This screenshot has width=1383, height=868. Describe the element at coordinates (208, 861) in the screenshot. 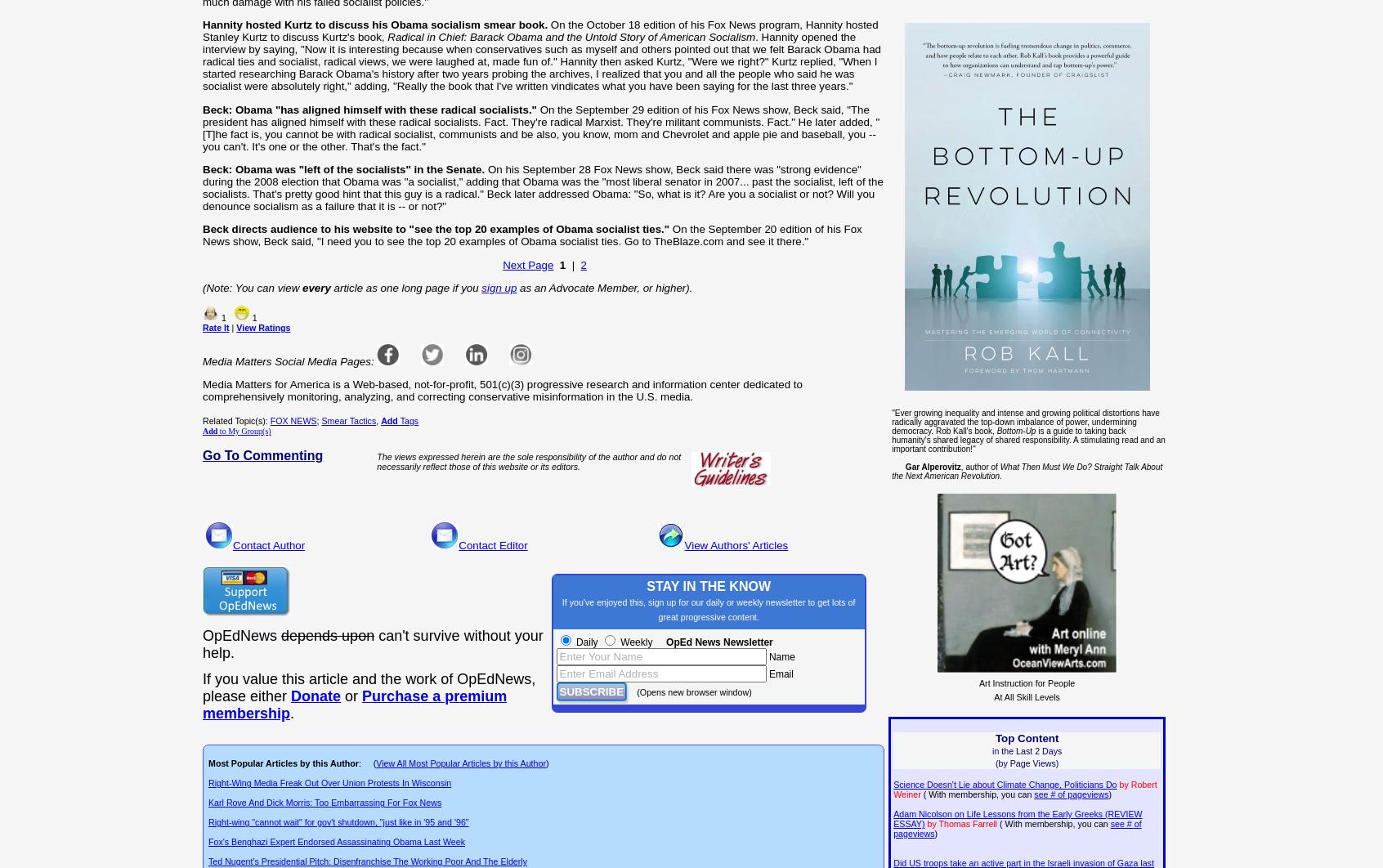

I see `'Ted Nugent's Presidential Pitch: Disenfranchise The Working Poor And The Elderly'` at that location.